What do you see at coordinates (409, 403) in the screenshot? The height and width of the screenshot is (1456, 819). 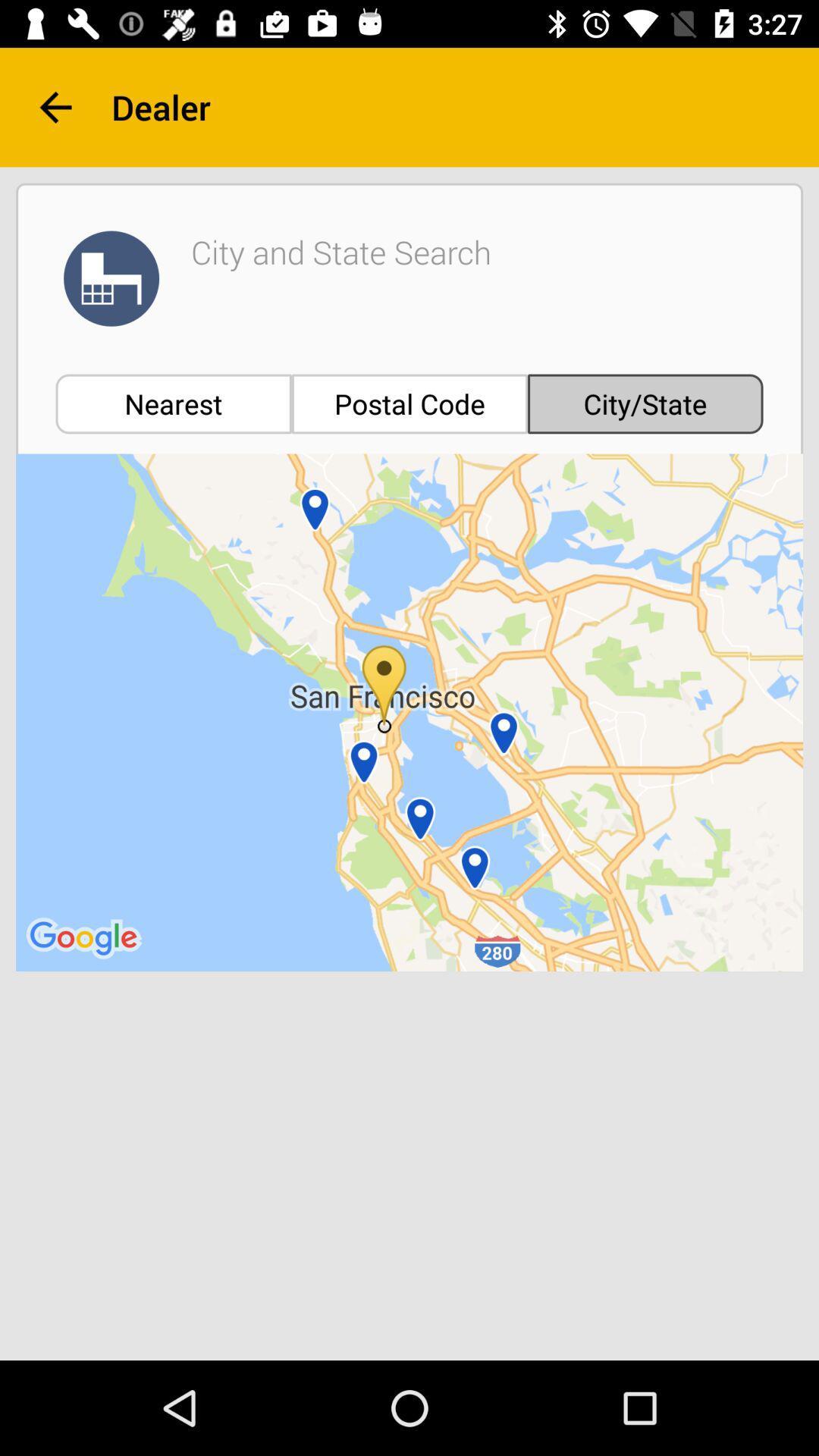 I see `postal code item` at bounding box center [409, 403].